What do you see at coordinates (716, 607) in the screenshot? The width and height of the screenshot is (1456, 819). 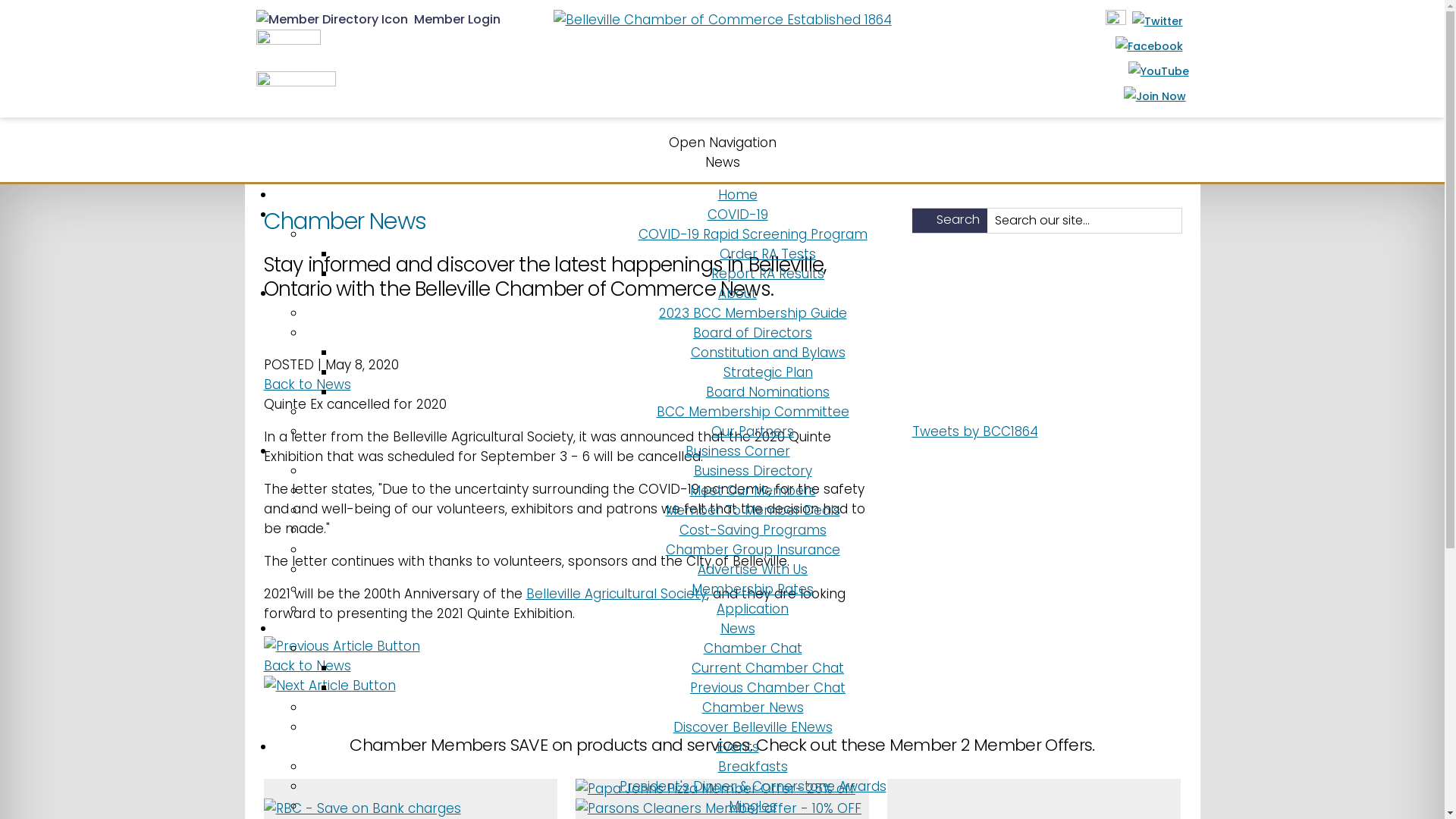 I see `'Application'` at bounding box center [716, 607].